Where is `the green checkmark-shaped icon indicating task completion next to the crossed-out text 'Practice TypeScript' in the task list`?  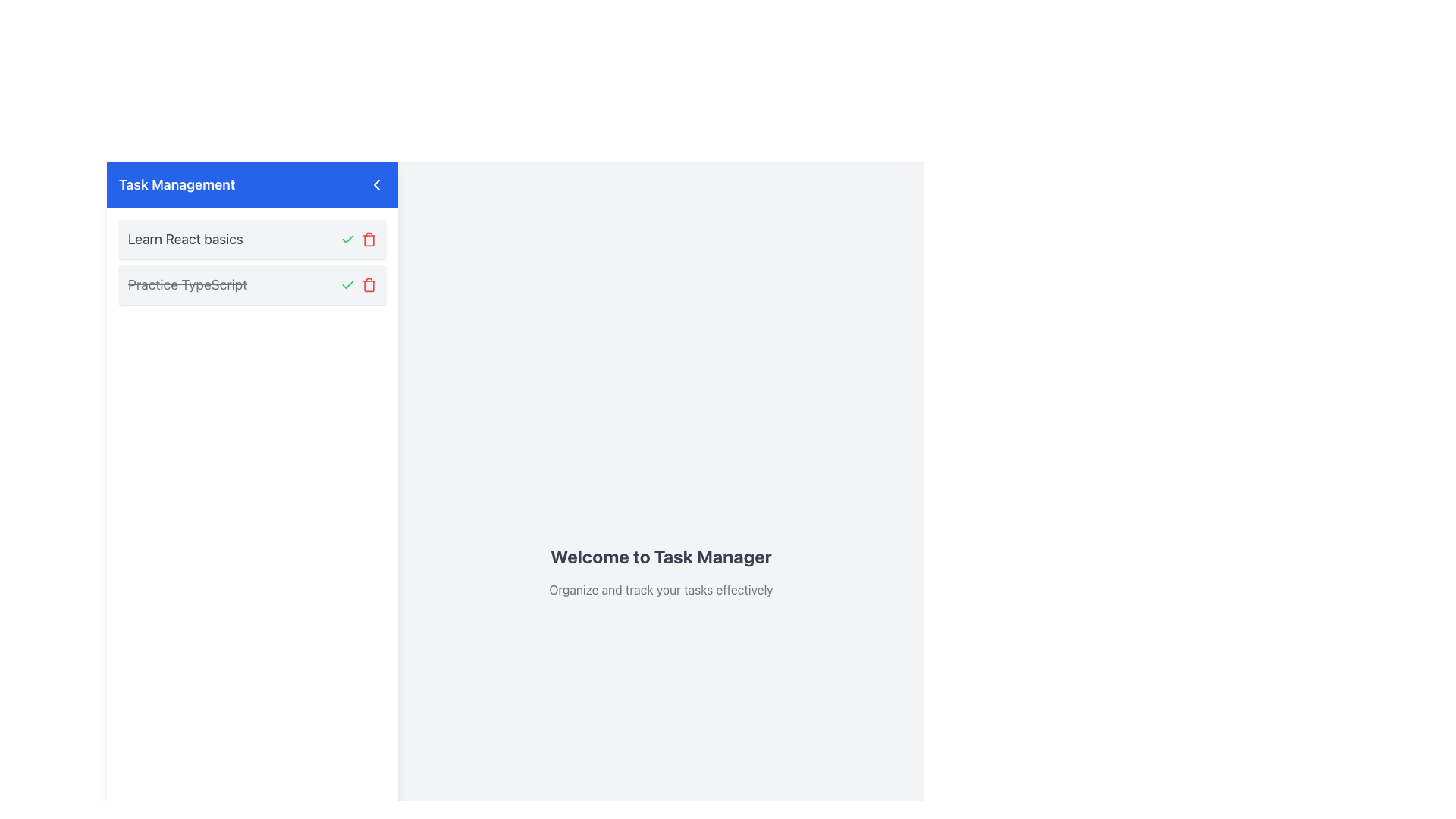
the green checkmark-shaped icon indicating task completion next to the crossed-out text 'Practice TypeScript' in the task list is located at coordinates (347, 239).